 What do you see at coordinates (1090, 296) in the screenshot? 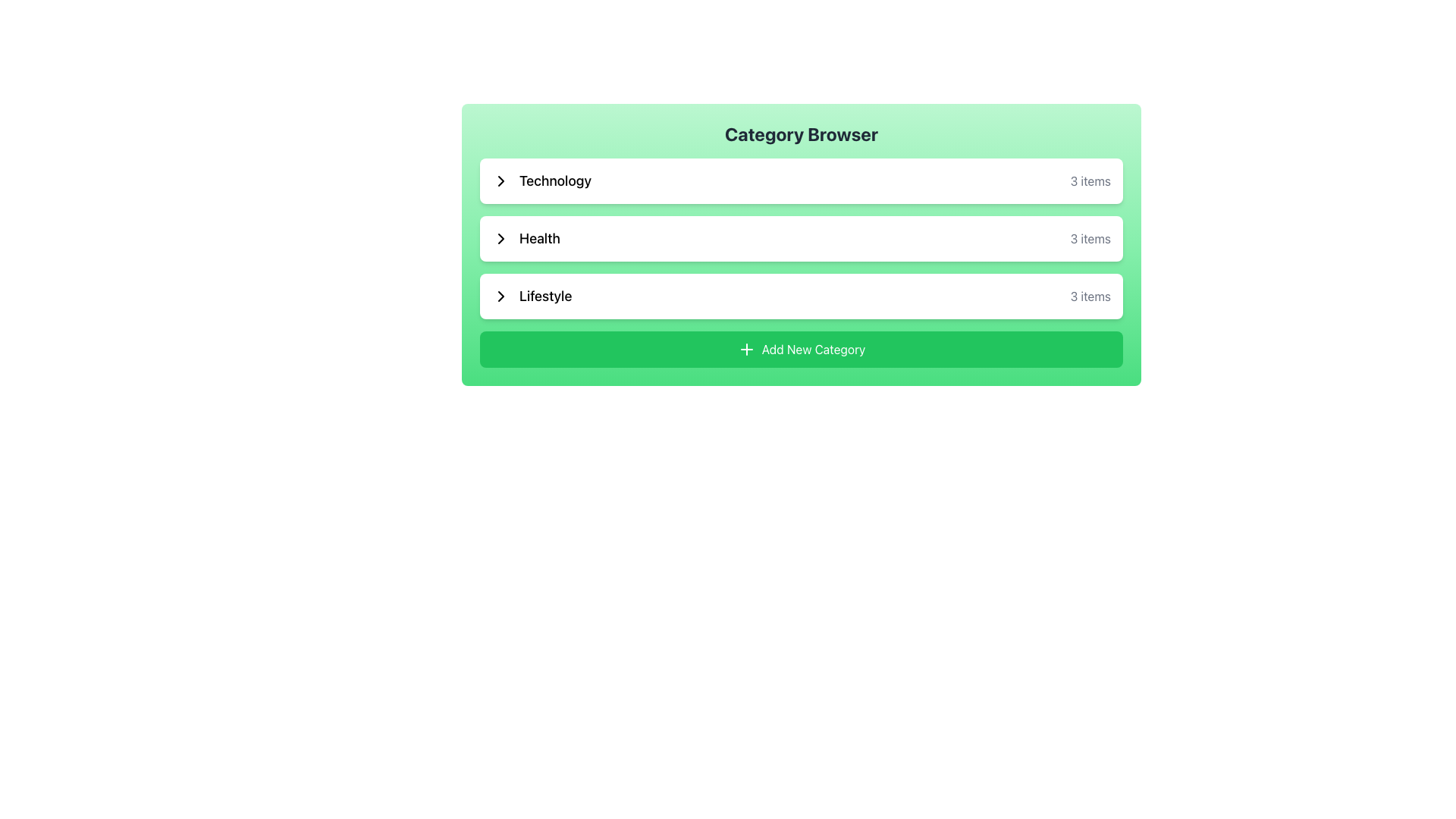
I see `the static text label displaying '3 items' in light gray, located at the right end of the 'Lifestyle' category row` at bounding box center [1090, 296].